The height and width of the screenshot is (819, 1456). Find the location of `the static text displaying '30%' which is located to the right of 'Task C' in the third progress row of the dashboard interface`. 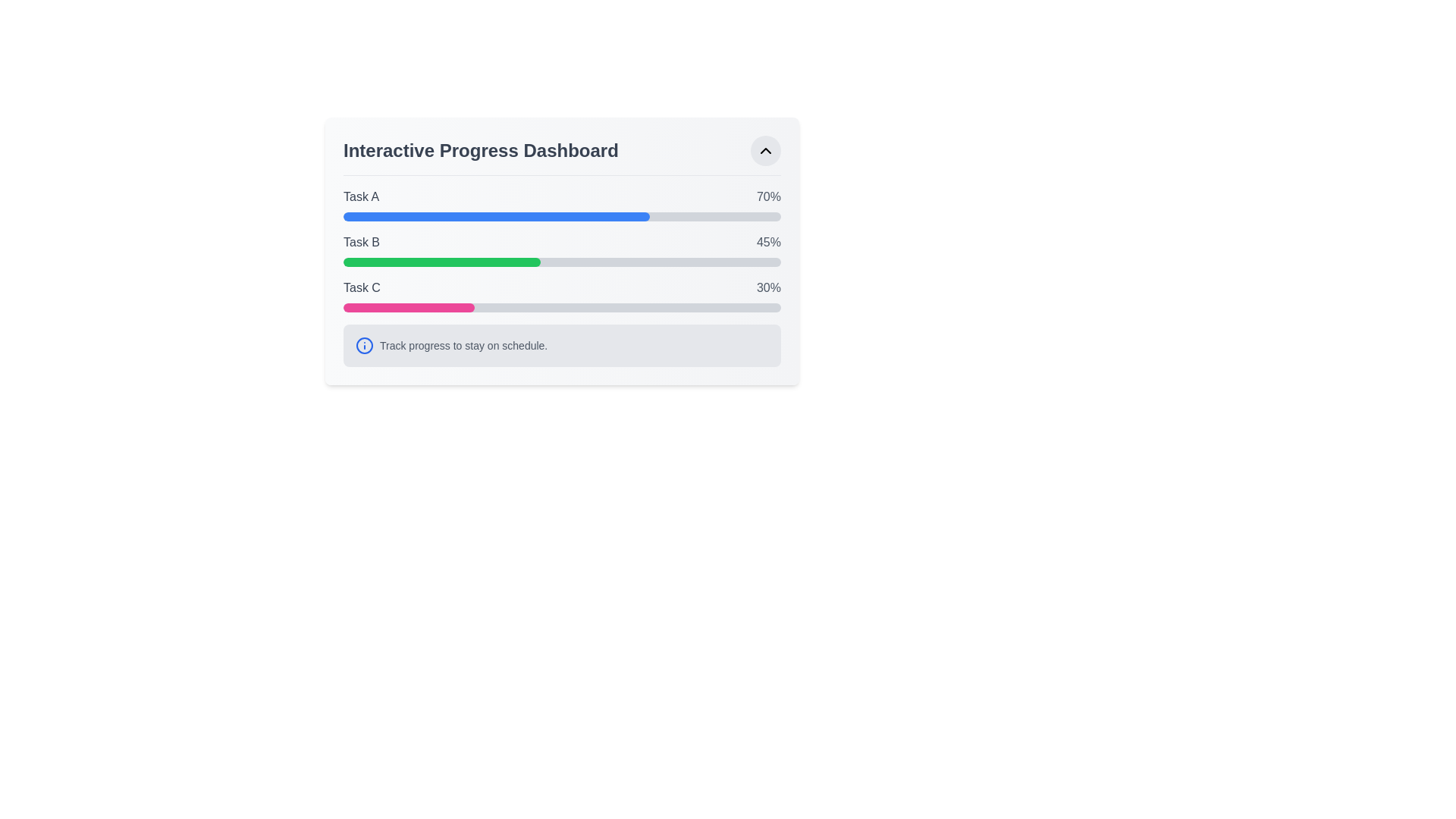

the static text displaying '30%' which is located to the right of 'Task C' in the third progress row of the dashboard interface is located at coordinates (768, 288).